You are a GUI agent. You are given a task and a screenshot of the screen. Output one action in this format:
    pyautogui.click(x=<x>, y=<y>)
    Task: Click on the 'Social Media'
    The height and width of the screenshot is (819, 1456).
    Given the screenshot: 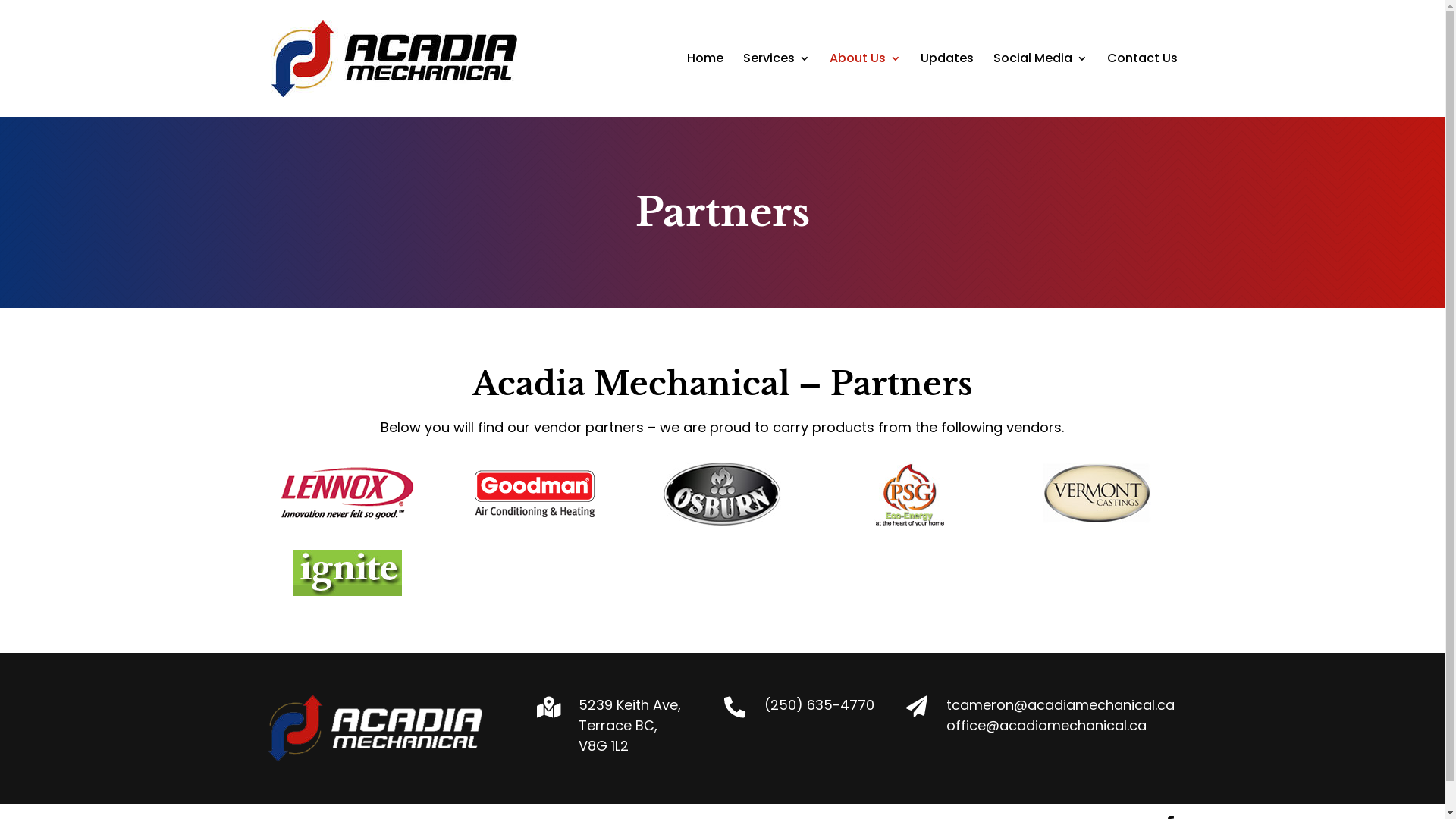 What is the action you would take?
    pyautogui.click(x=993, y=84)
    